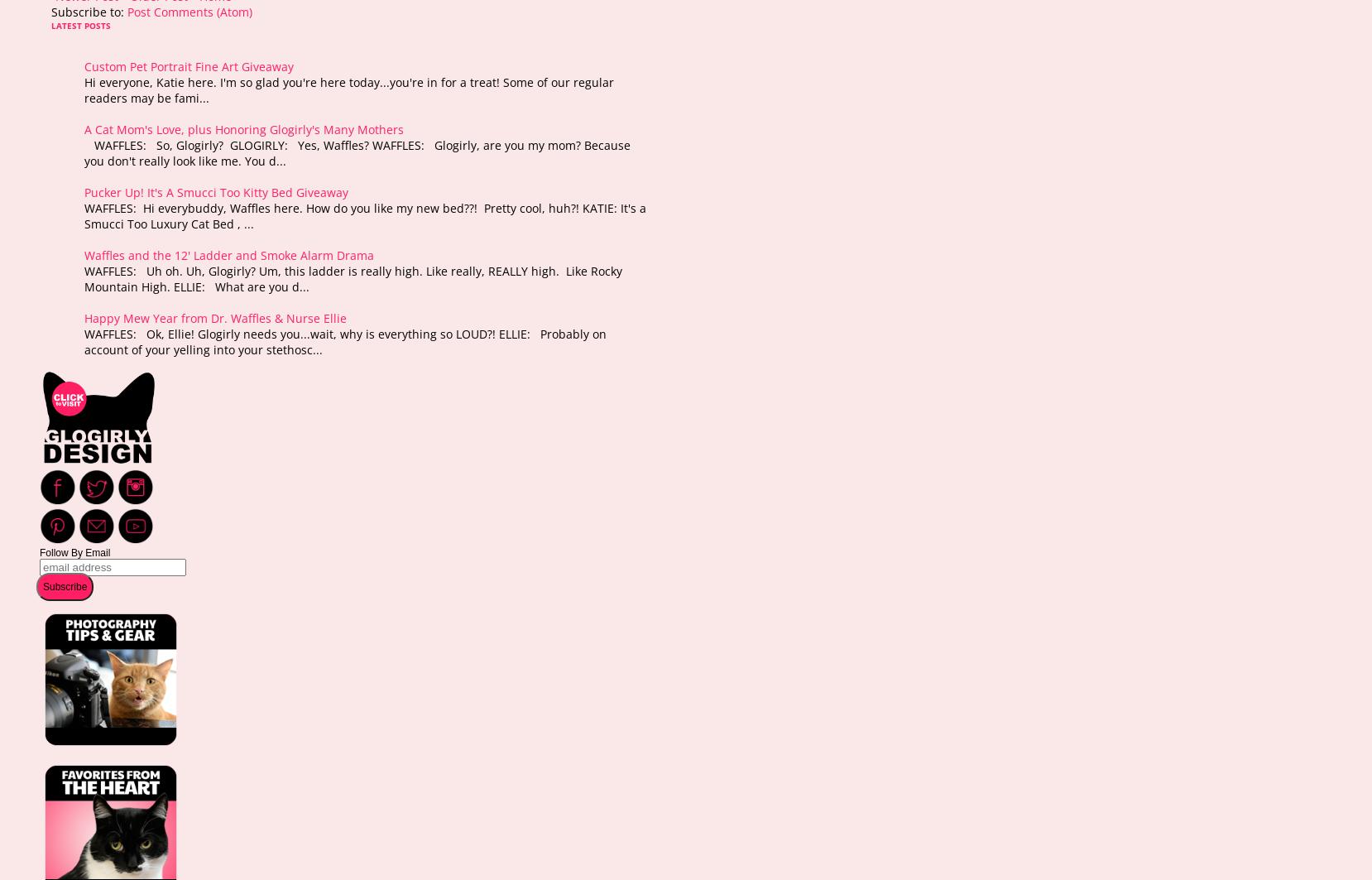 The image size is (1372, 880). I want to click on 'Hi everyone, Katie here.   I'm so glad you're here today...you're in for a treat! Some of our regular readers may be fami...', so click(348, 89).